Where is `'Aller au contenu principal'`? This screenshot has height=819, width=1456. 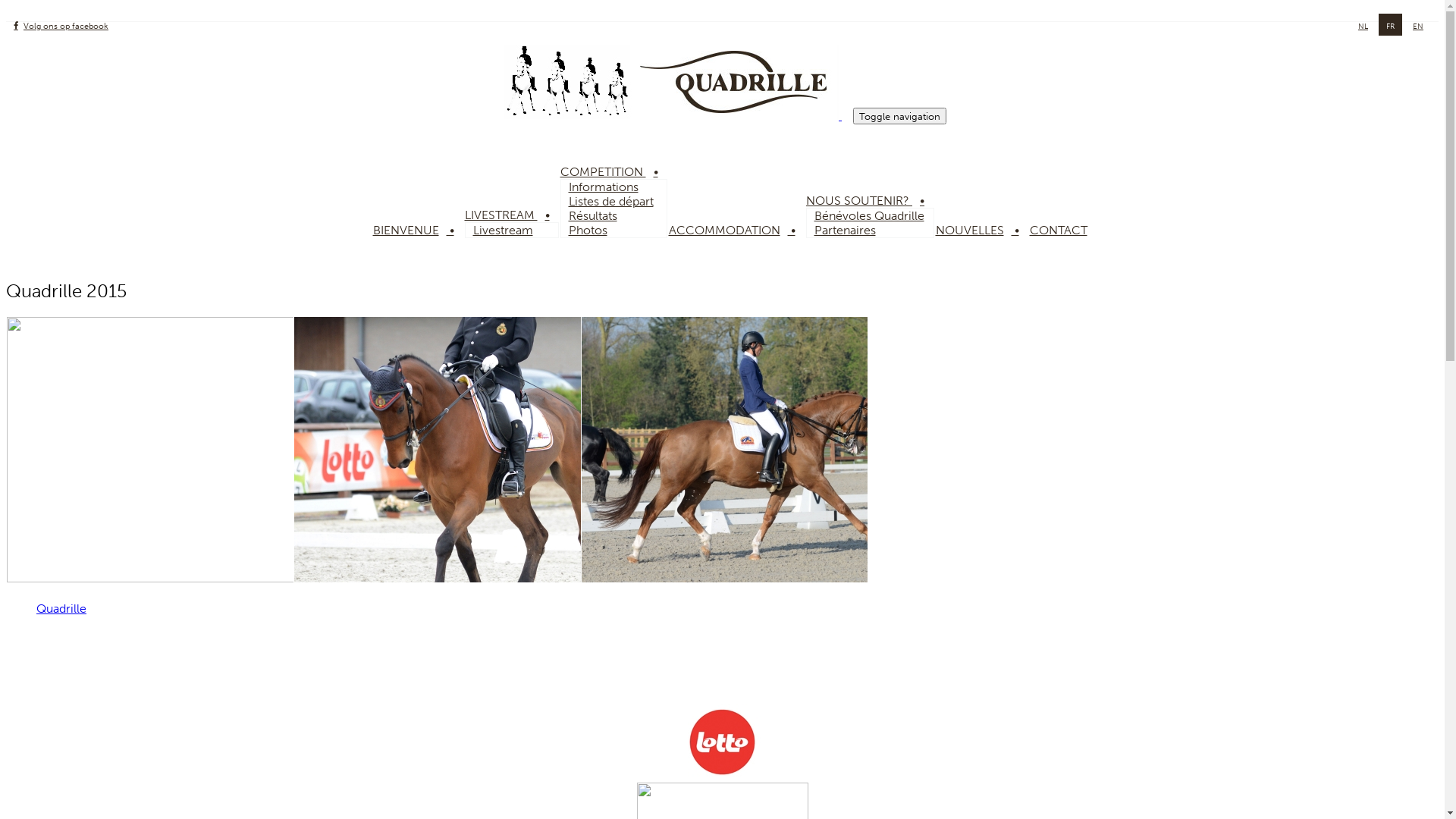
'Aller au contenu principal' is located at coordinates (6, 6).